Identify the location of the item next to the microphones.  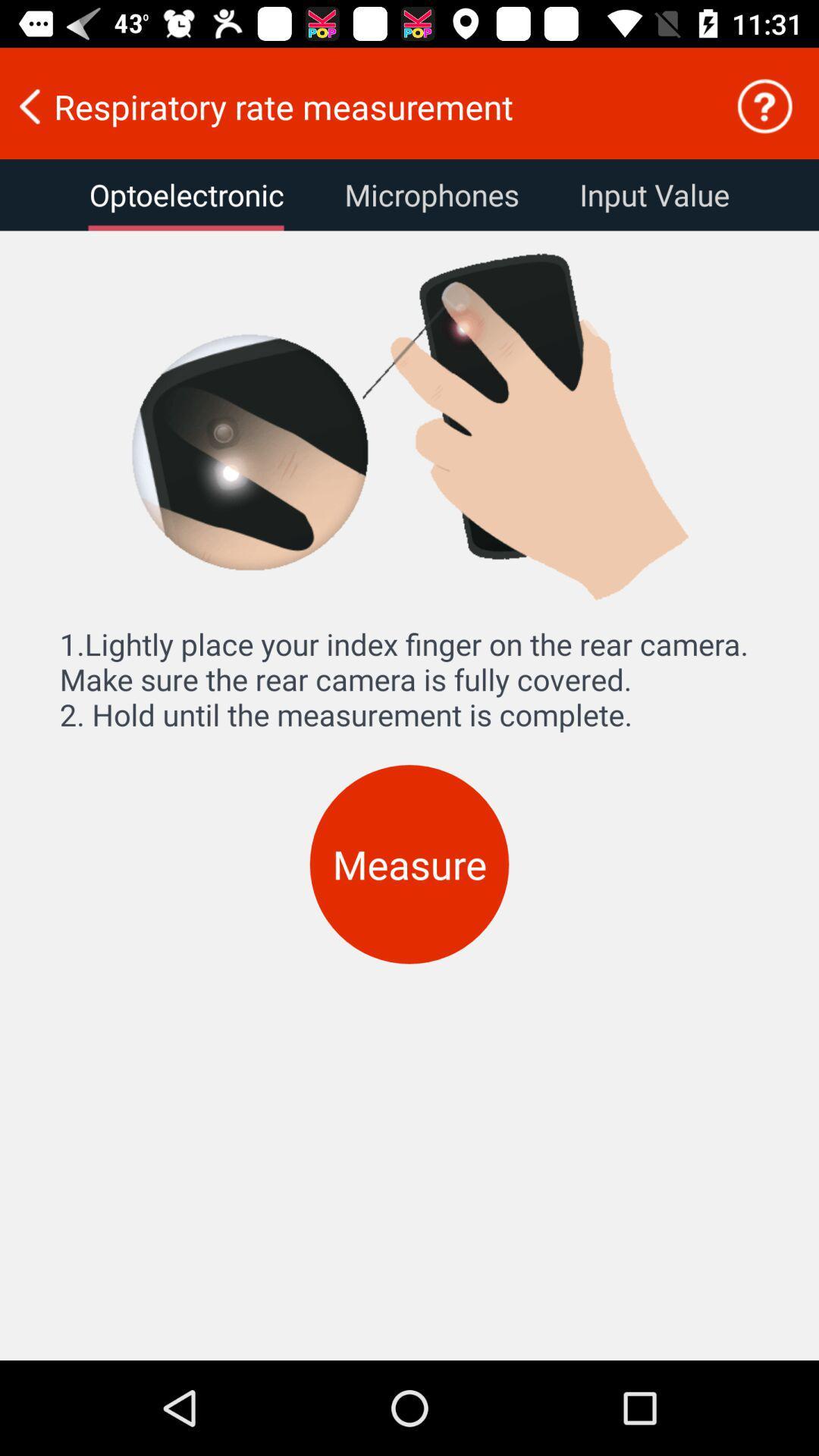
(654, 194).